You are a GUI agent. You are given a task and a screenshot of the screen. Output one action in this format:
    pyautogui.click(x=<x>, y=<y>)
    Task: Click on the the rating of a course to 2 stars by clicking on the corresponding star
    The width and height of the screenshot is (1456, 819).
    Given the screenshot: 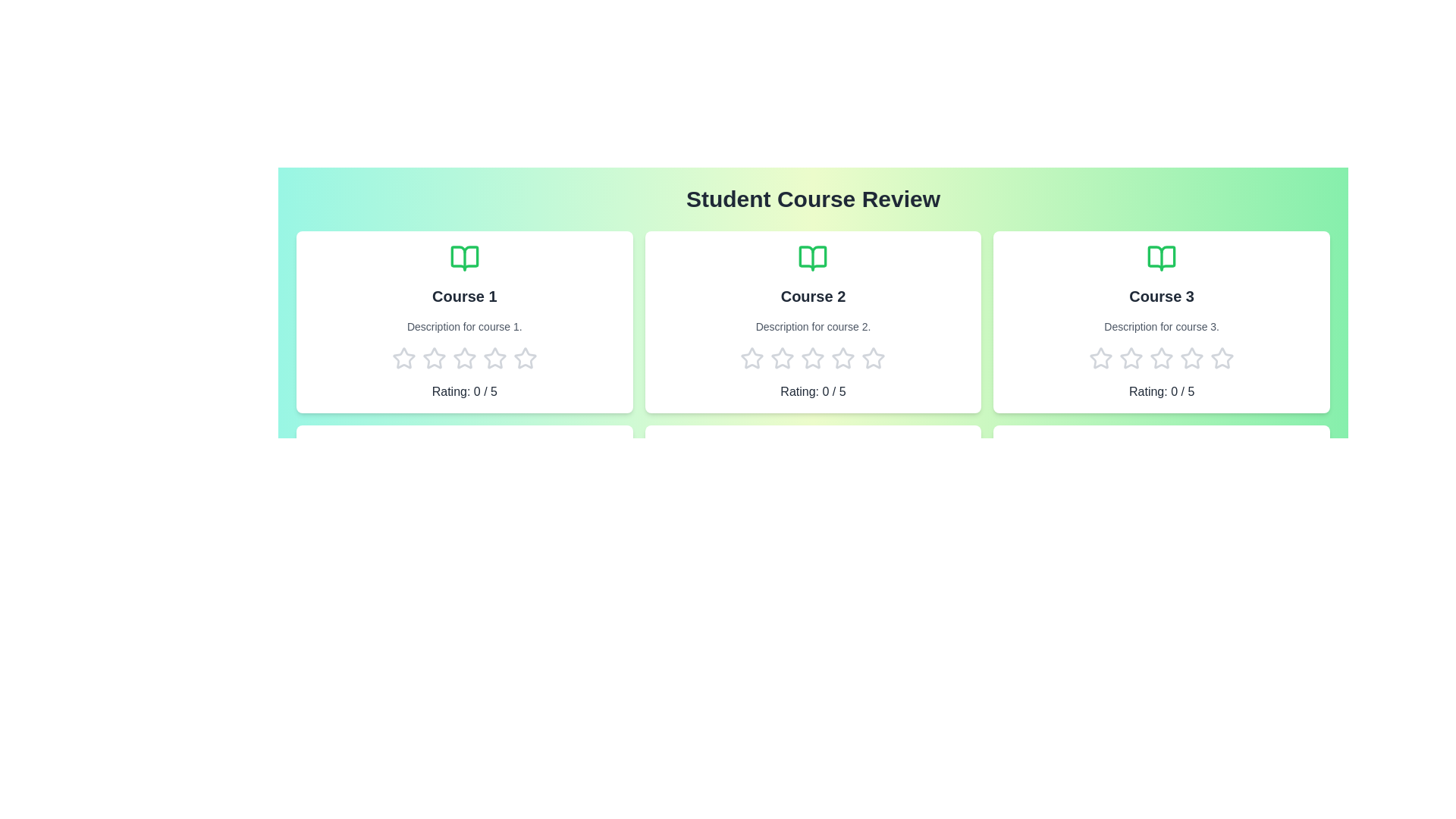 What is the action you would take?
    pyautogui.click(x=432, y=359)
    